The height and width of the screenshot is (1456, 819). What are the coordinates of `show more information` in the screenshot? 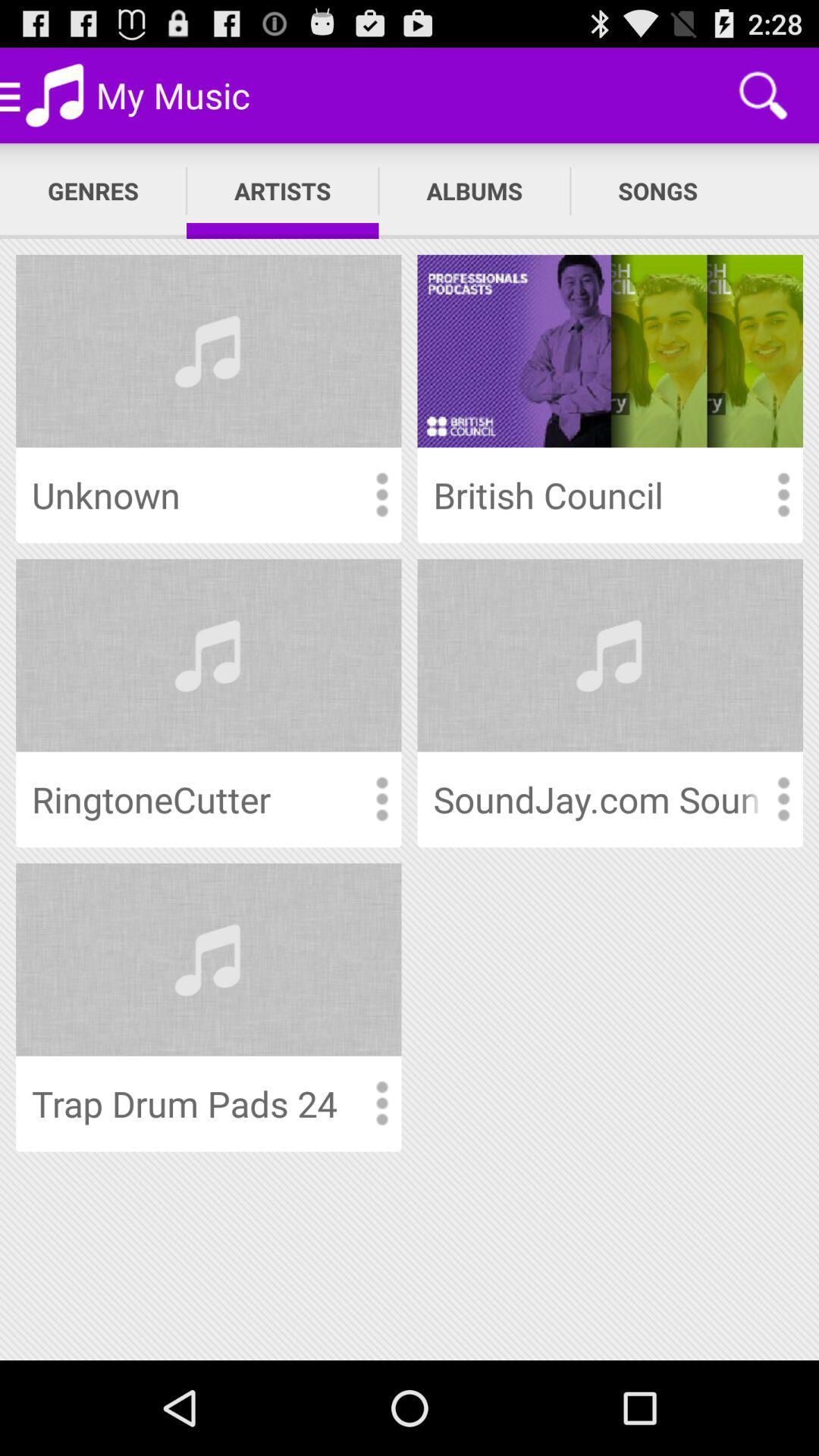 It's located at (381, 1103).